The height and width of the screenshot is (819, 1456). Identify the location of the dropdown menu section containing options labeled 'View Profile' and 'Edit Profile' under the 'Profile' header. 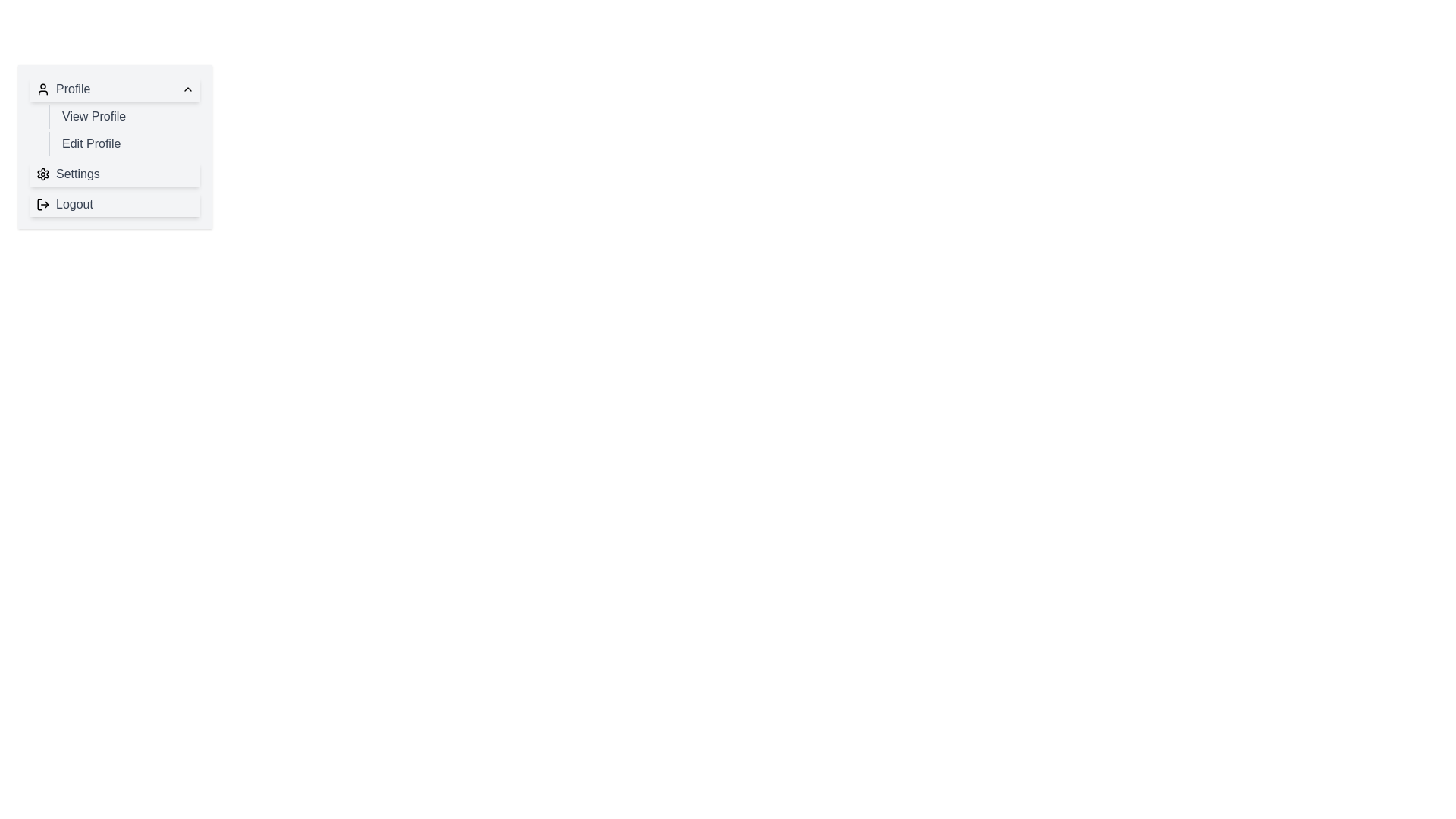
(115, 116).